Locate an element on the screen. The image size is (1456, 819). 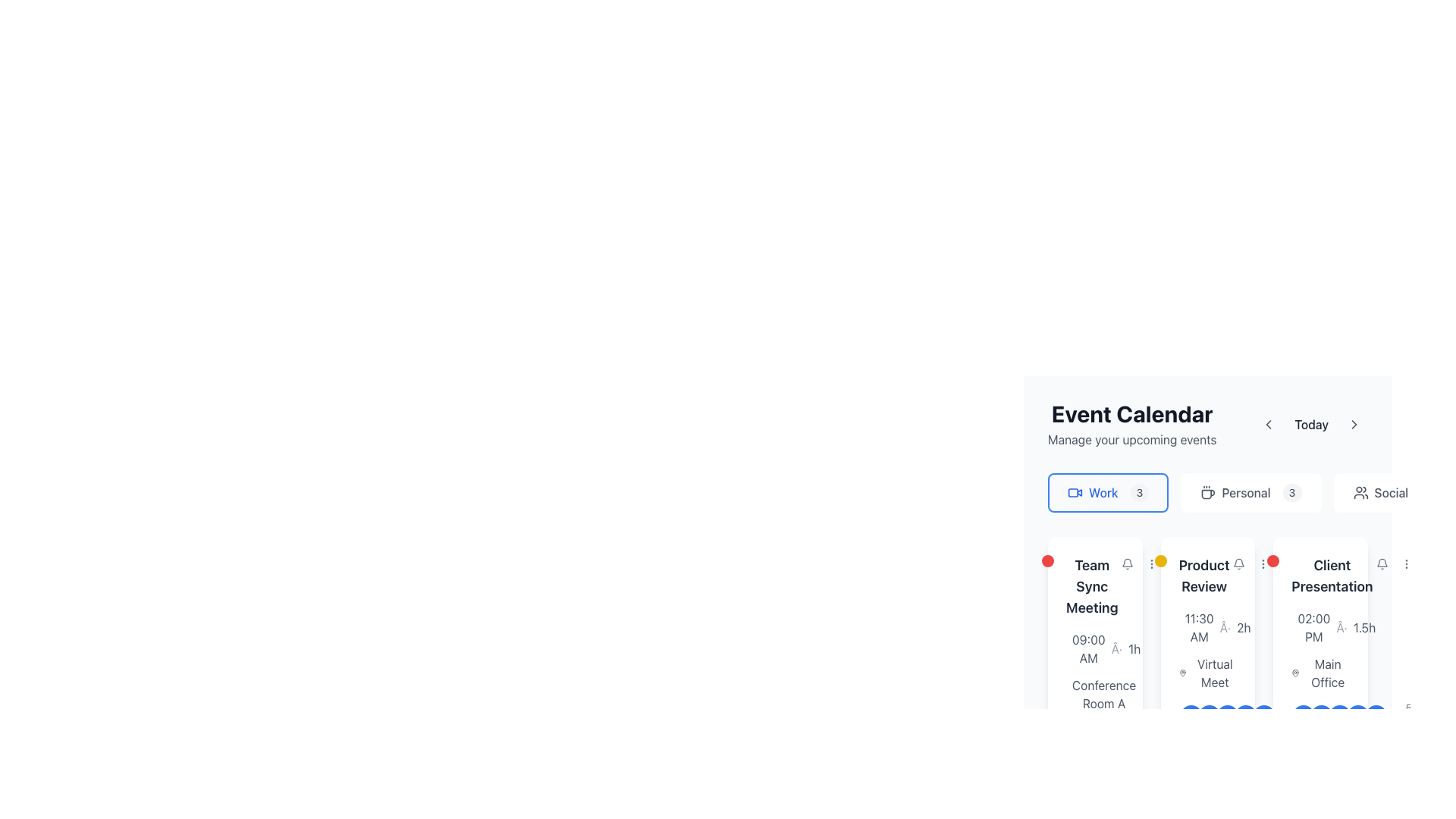
the 'Main Office' label that is styled in gray and is accompanied by a map pin icon, located within the 'Client Presentation' card is located at coordinates (1319, 672).